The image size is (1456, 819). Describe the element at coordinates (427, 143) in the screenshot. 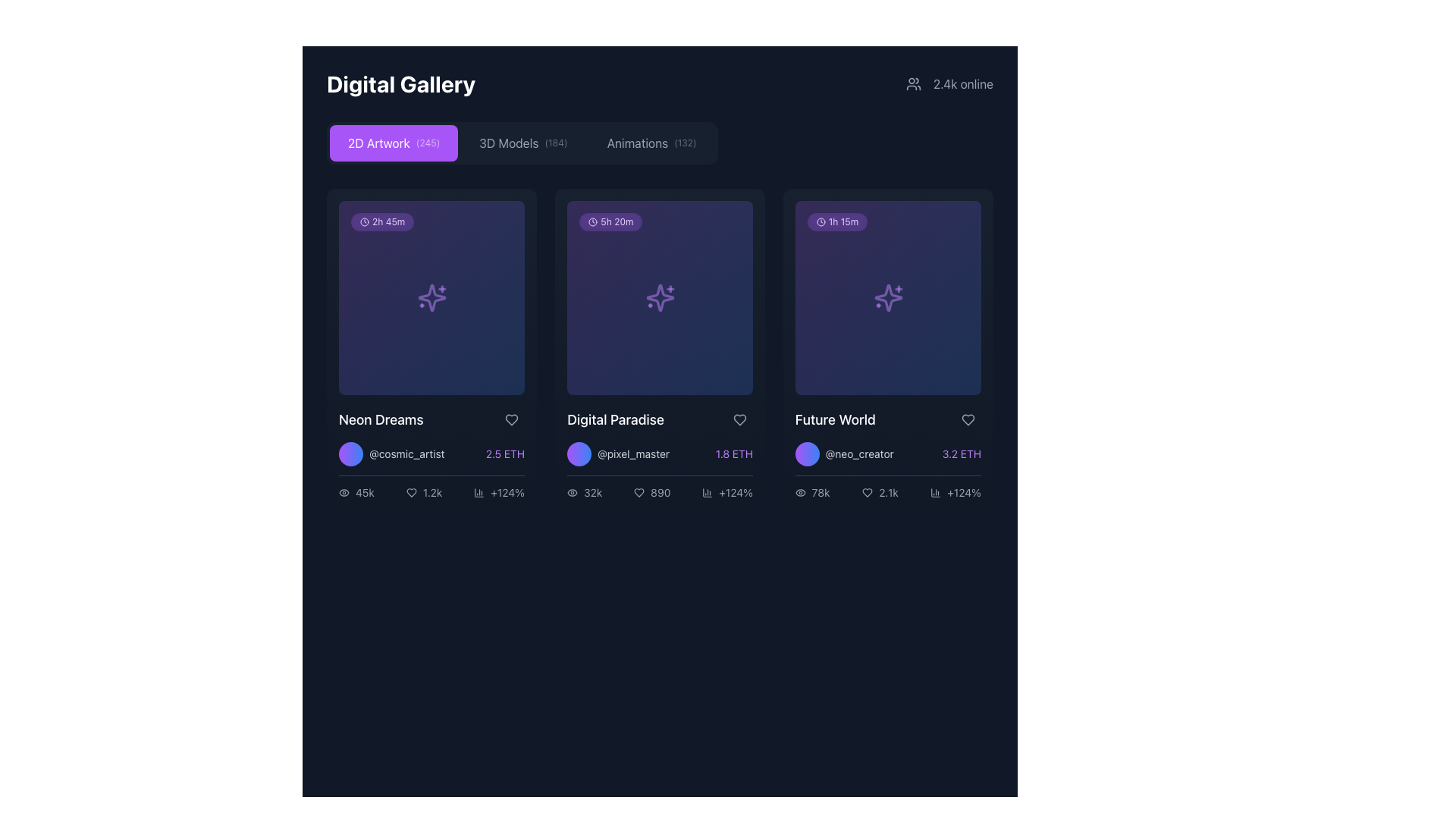

I see `the supplementary text label located to the right of the main text '2D Artwork' within the button labeled '2D Artwork'` at that location.